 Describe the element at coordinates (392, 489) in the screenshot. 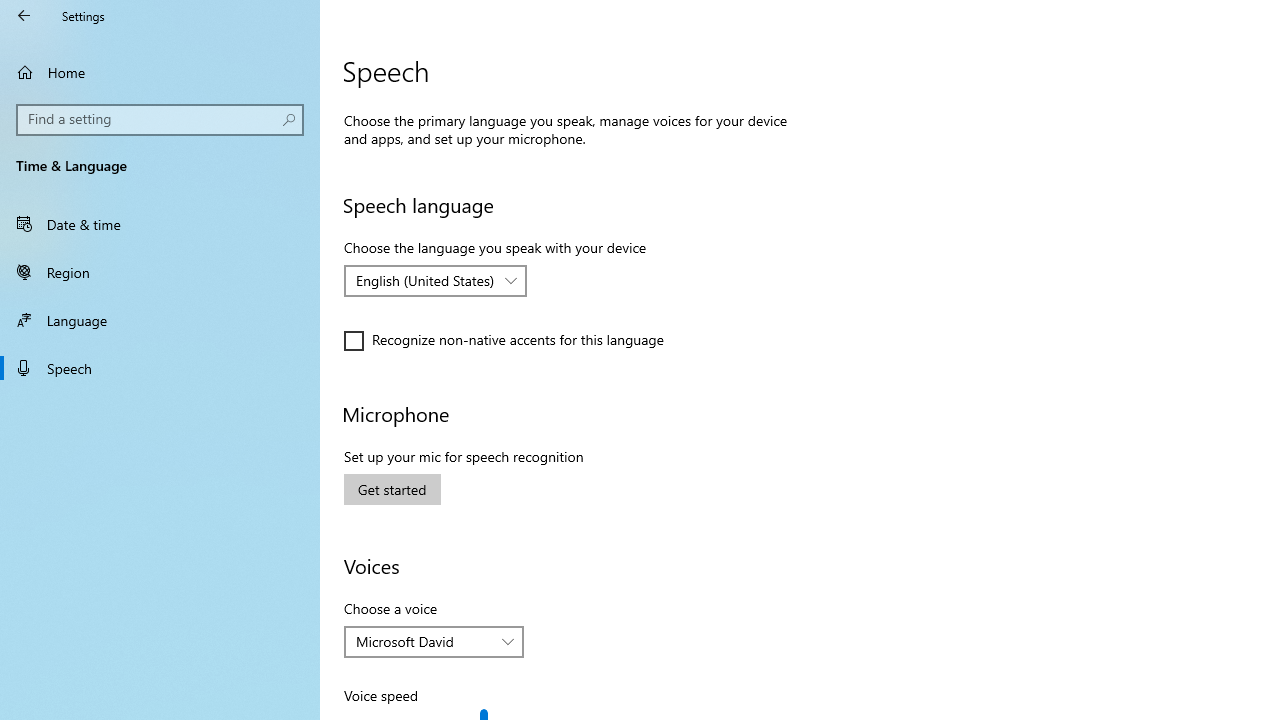

I see `'Get started'` at that location.